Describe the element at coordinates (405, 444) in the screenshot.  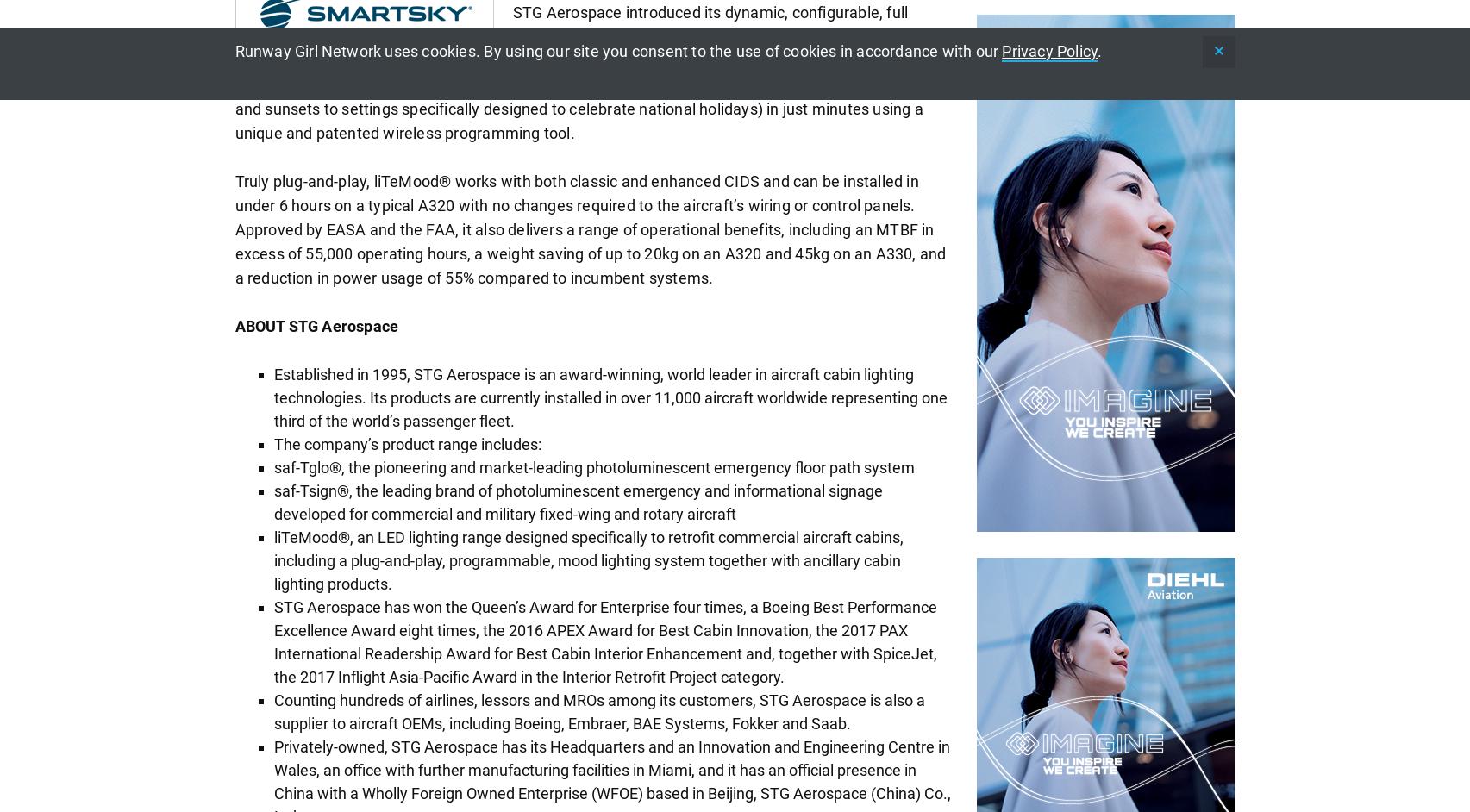
I see `'The company’s product range includes:'` at that location.